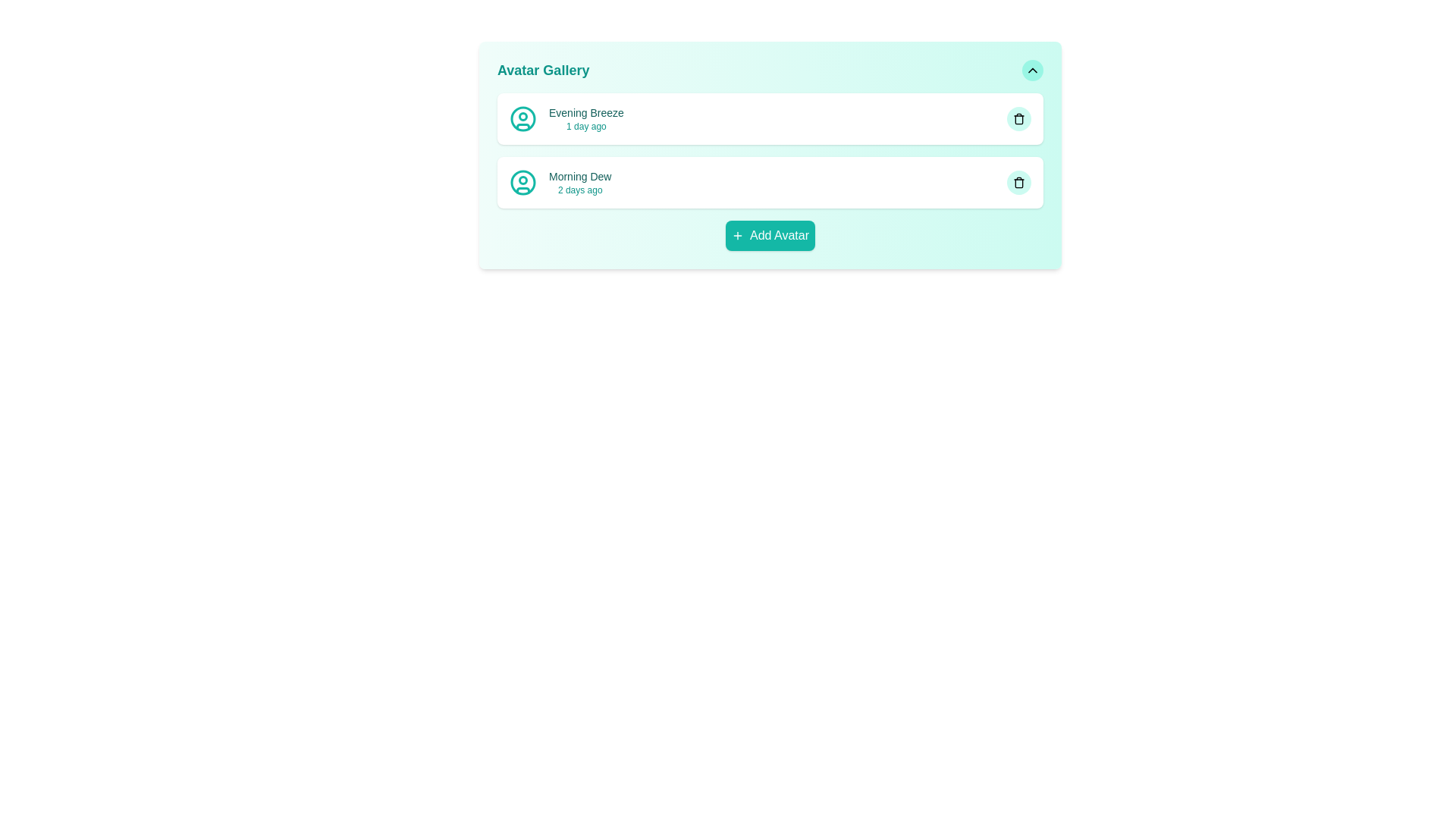 The width and height of the screenshot is (1456, 819). What do you see at coordinates (566, 118) in the screenshot?
I see `the user entry element containing the avatar and text labels, specifically 'Evening Breeze' and '1 day ago', for navigation` at bounding box center [566, 118].